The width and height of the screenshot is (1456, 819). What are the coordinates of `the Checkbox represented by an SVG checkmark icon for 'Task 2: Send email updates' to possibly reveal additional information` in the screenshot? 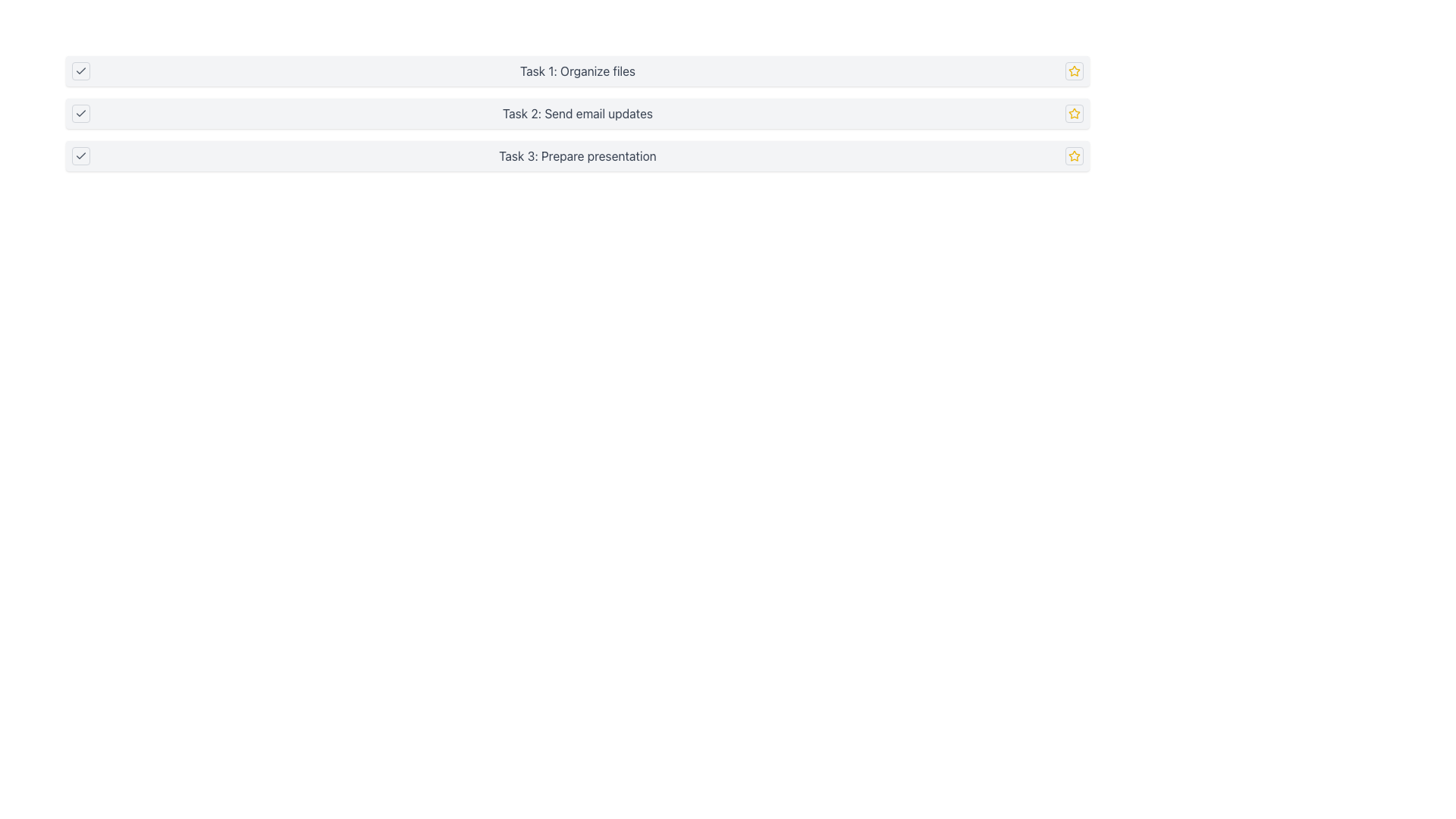 It's located at (80, 113).